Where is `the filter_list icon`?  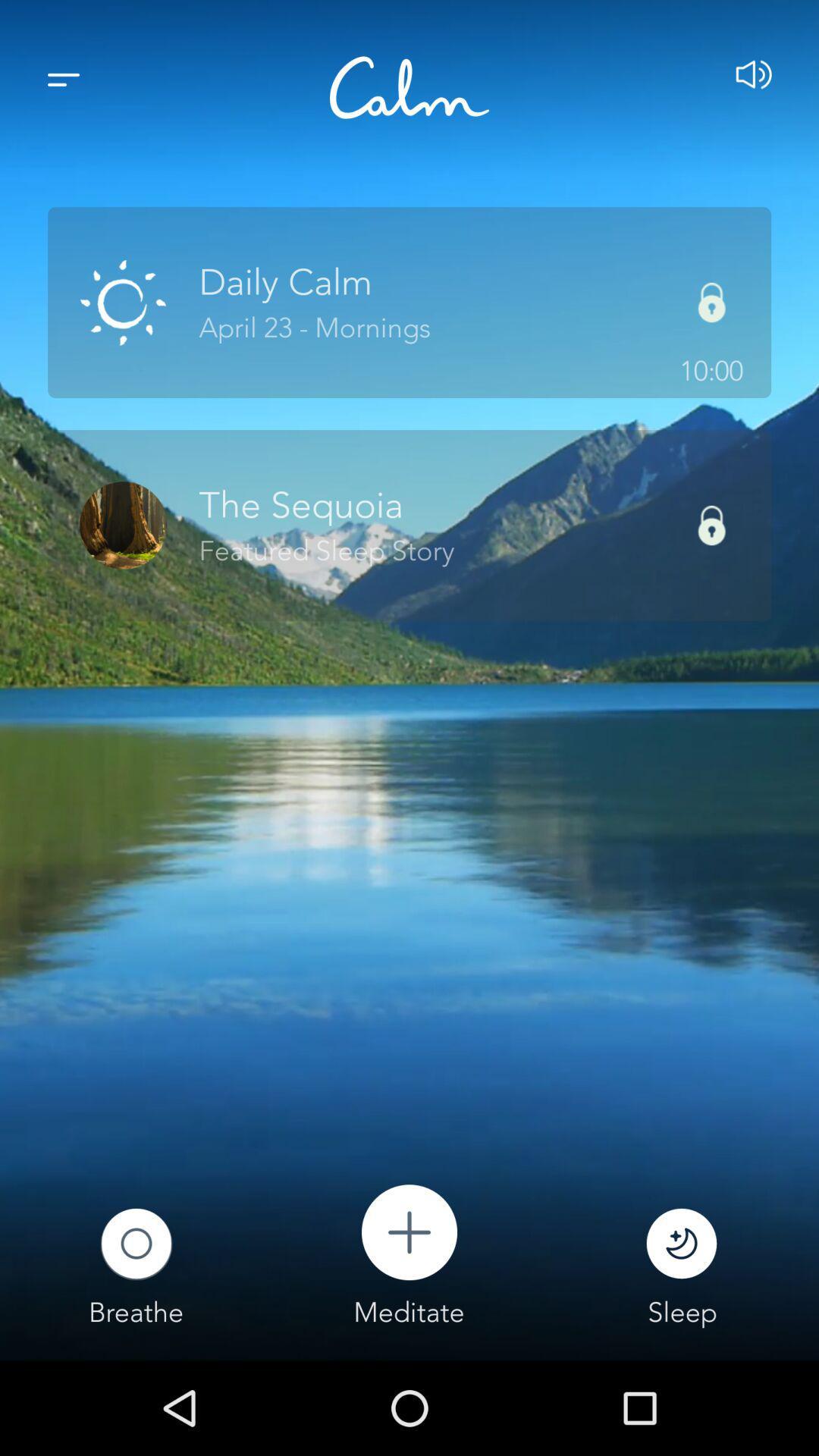 the filter_list icon is located at coordinates (63, 79).